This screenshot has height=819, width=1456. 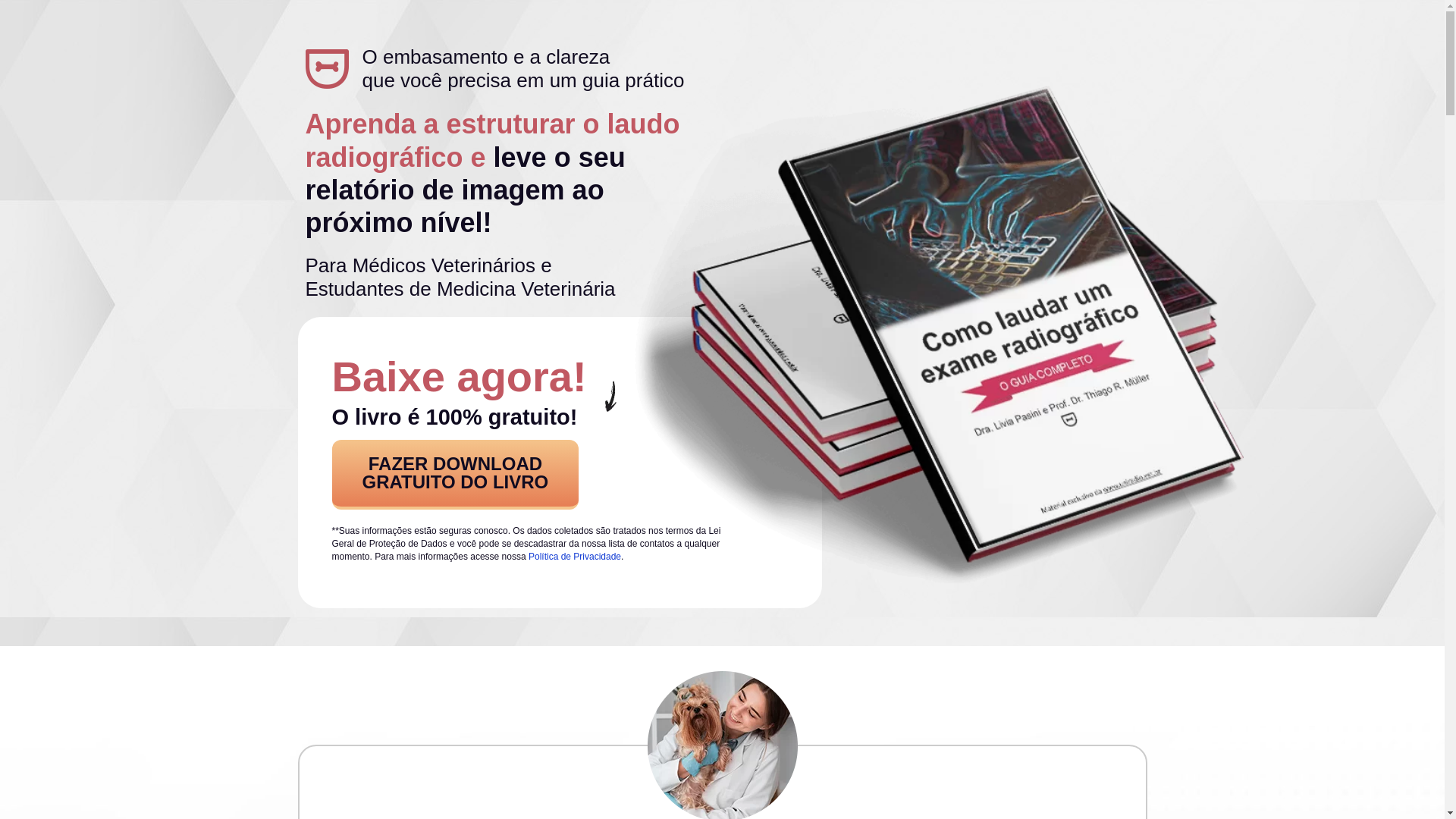 I want to click on 'FAZER DOWNLOAD, so click(x=454, y=473).